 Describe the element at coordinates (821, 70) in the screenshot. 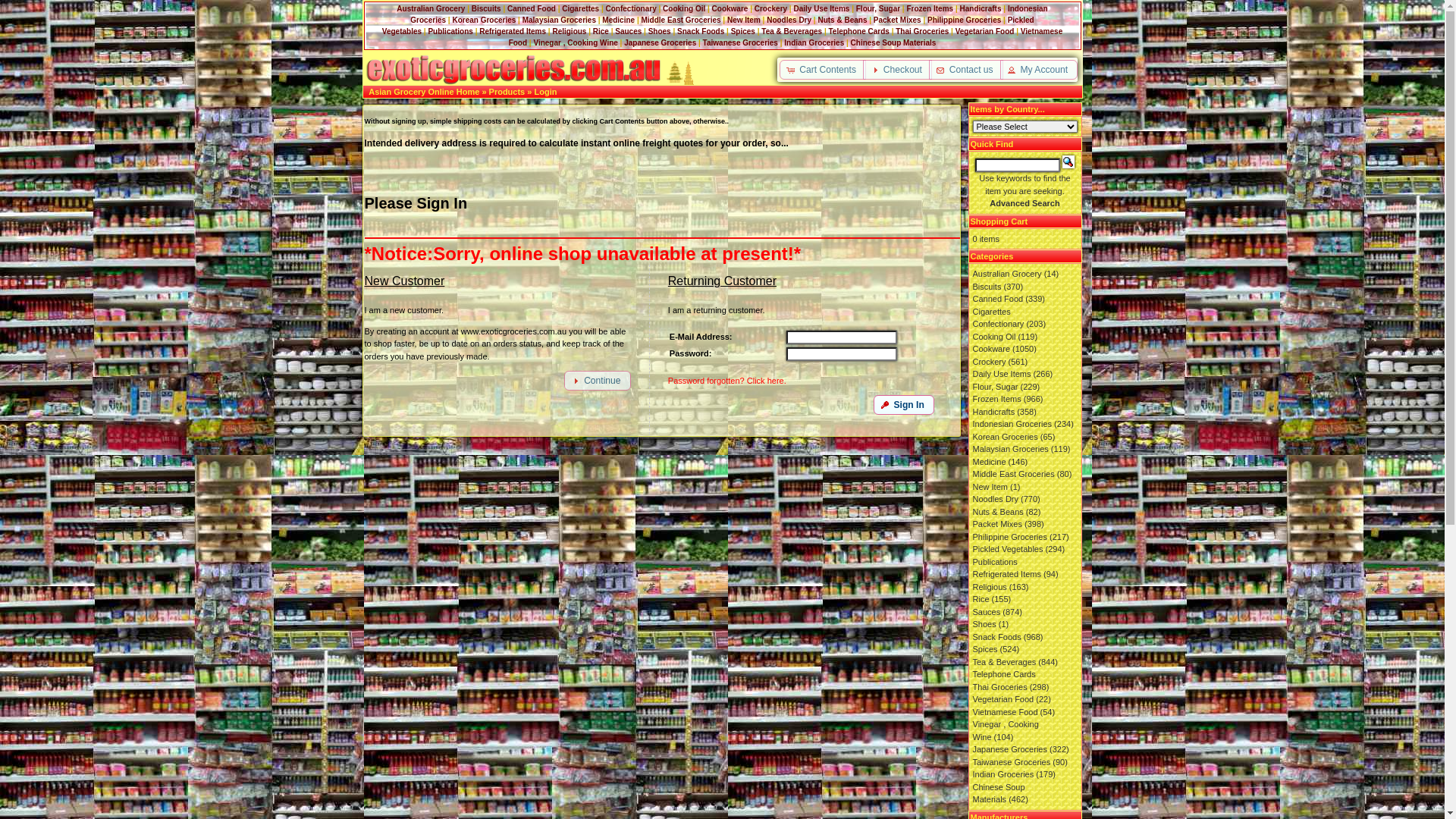

I see `'Cart Contents'` at that location.